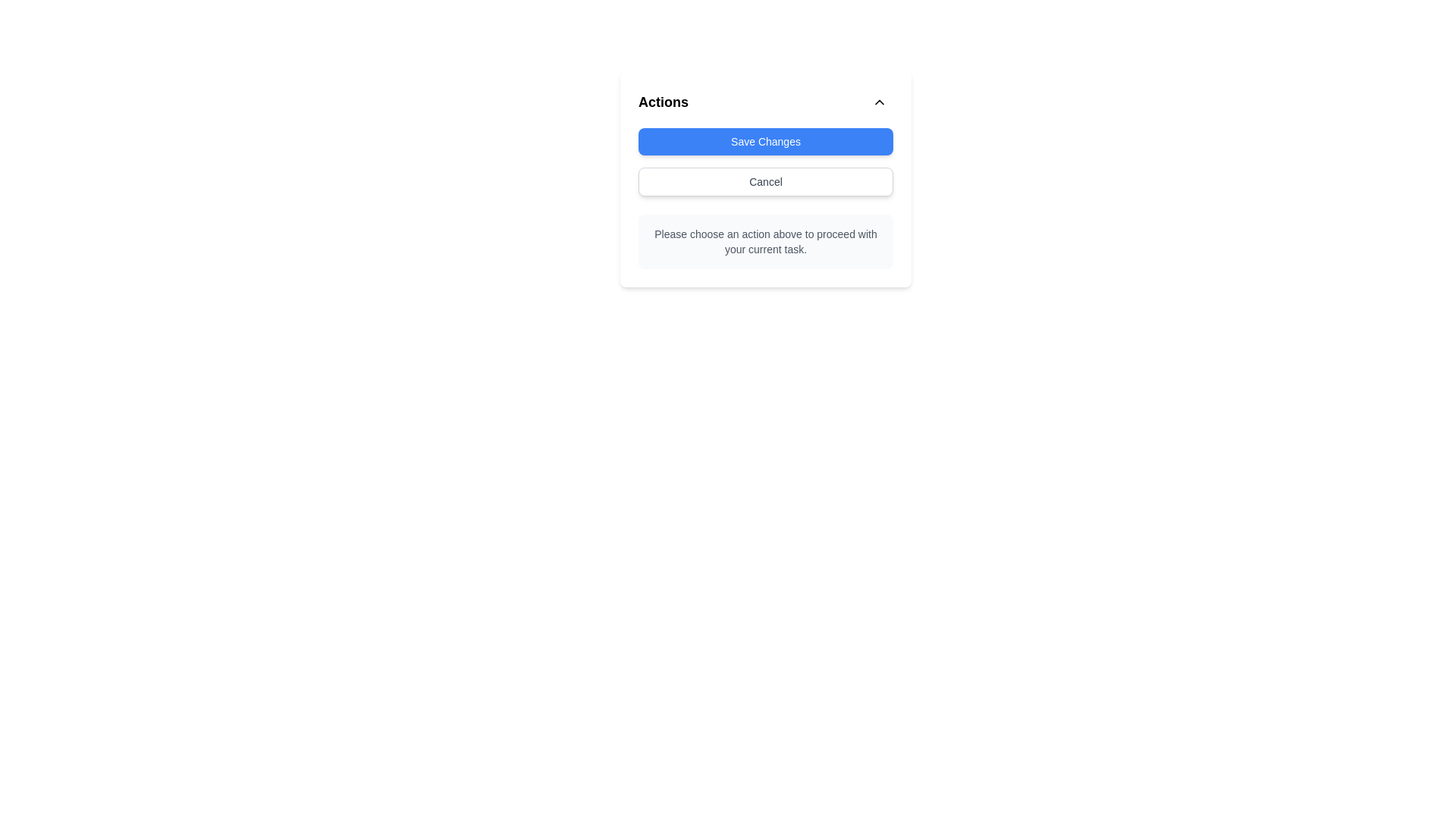 This screenshot has width=1456, height=819. What do you see at coordinates (765, 180) in the screenshot?
I see `the cancel button located directly below the 'Save Changes' button` at bounding box center [765, 180].